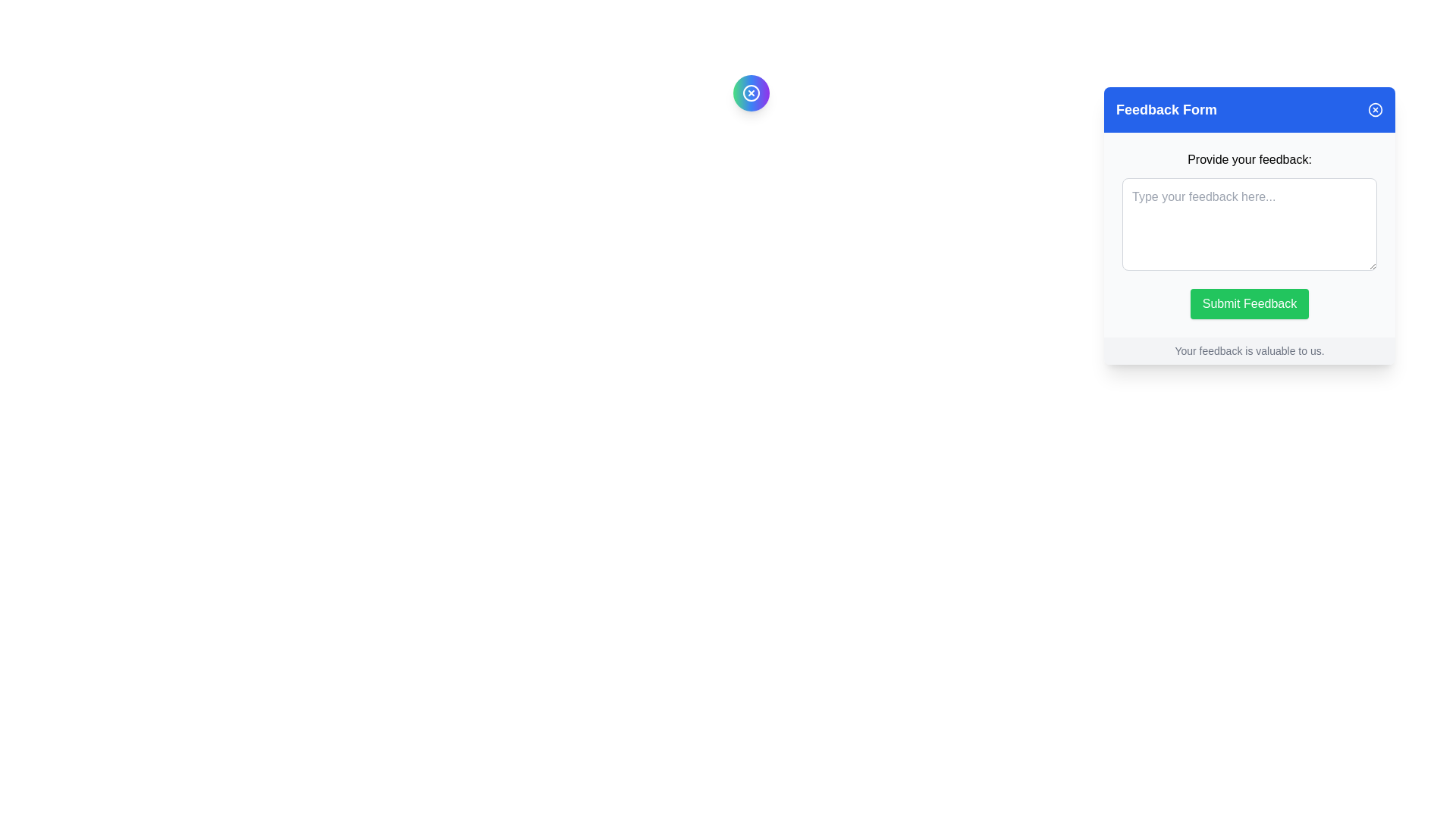 The image size is (1456, 819). I want to click on the blue banner at the top of the form interface that reads 'Feedback Form' with rounded corners, so click(1249, 109).